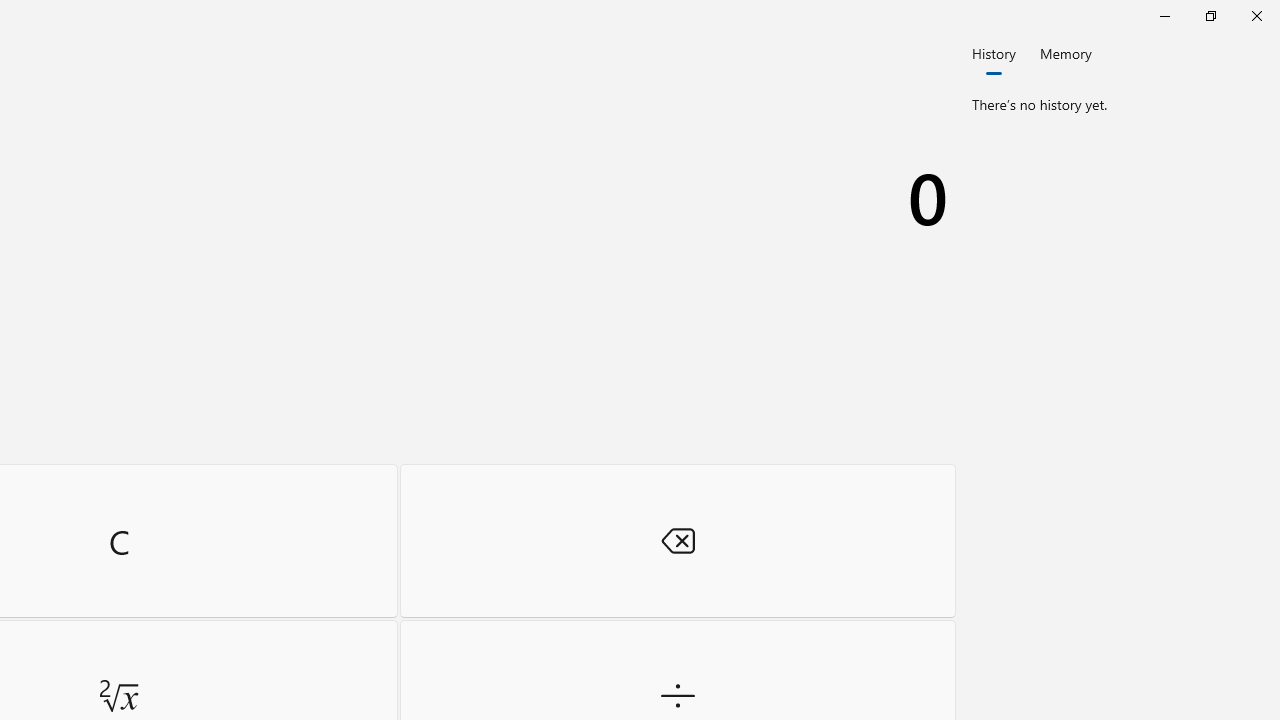  I want to click on 'Close Calculator', so click(1255, 15).